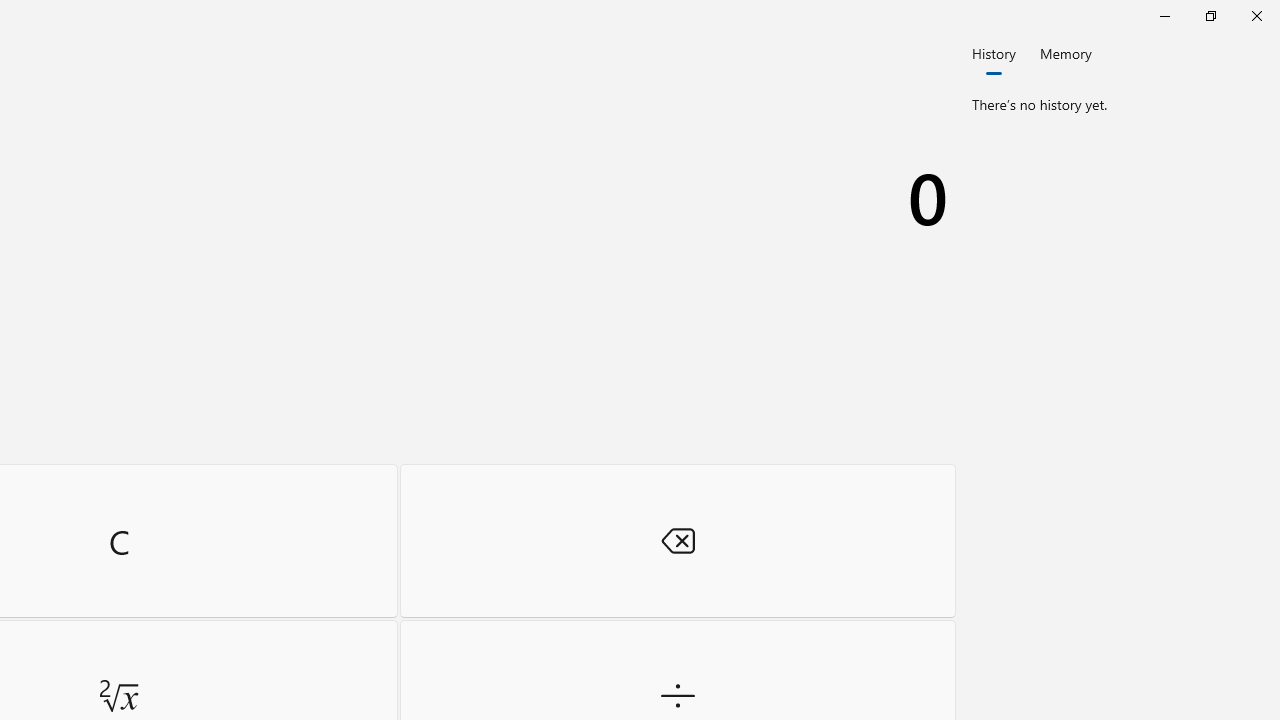  I want to click on 'Close Calculator', so click(1255, 15).